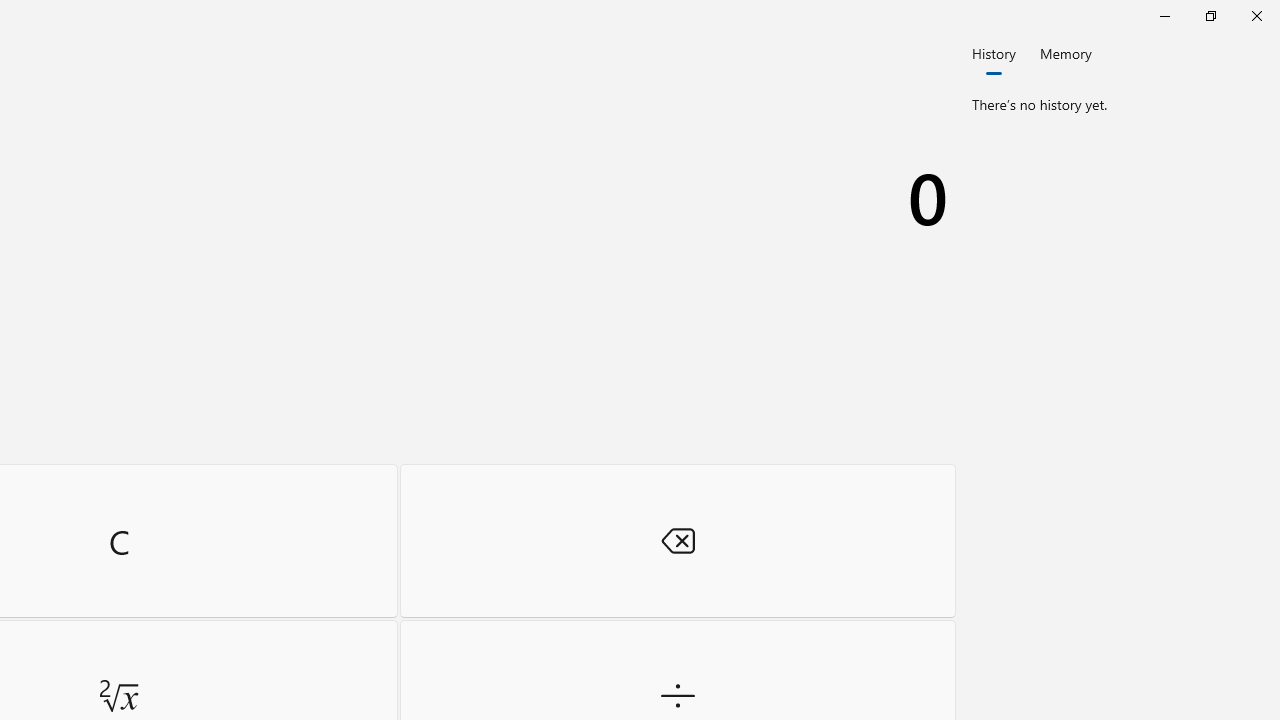  I want to click on 'Close Calculator', so click(1255, 15).